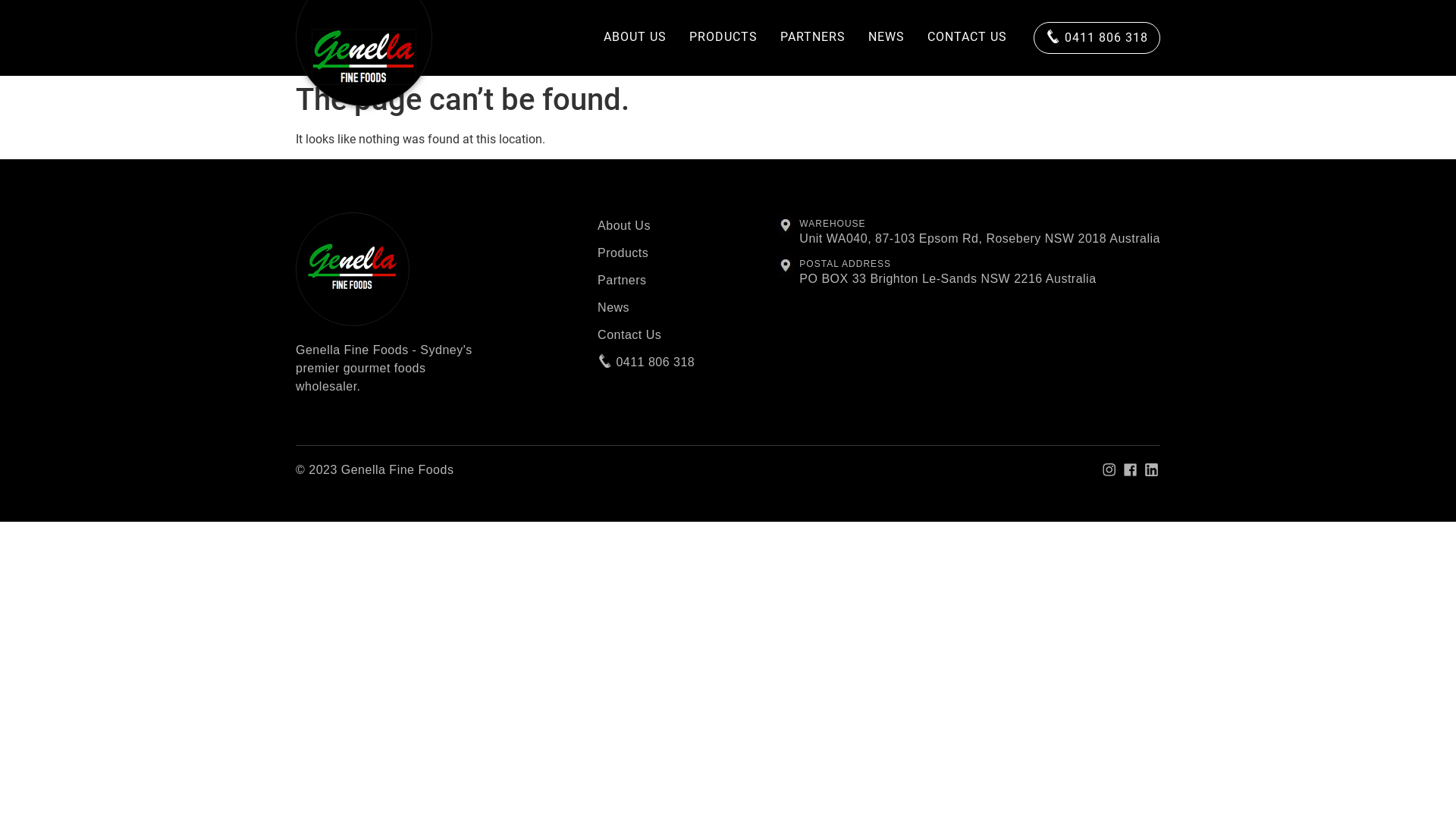 This screenshot has width=1456, height=819. What do you see at coordinates (966, 37) in the screenshot?
I see `'CONTACT US'` at bounding box center [966, 37].